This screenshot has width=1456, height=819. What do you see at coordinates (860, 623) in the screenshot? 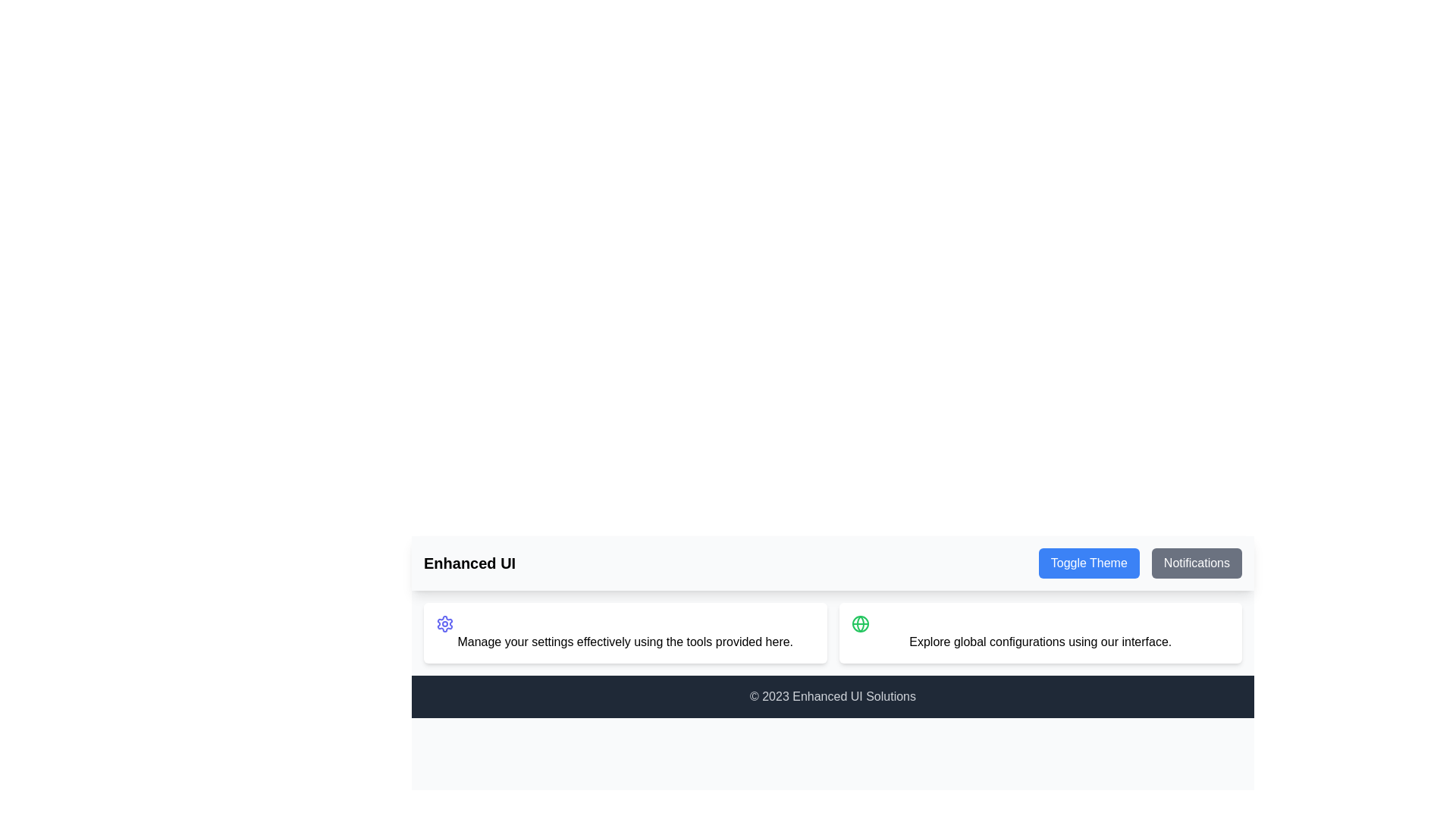
I see `the central SVG Circle of the globe icon, which serves a decorative function within the interface` at bounding box center [860, 623].